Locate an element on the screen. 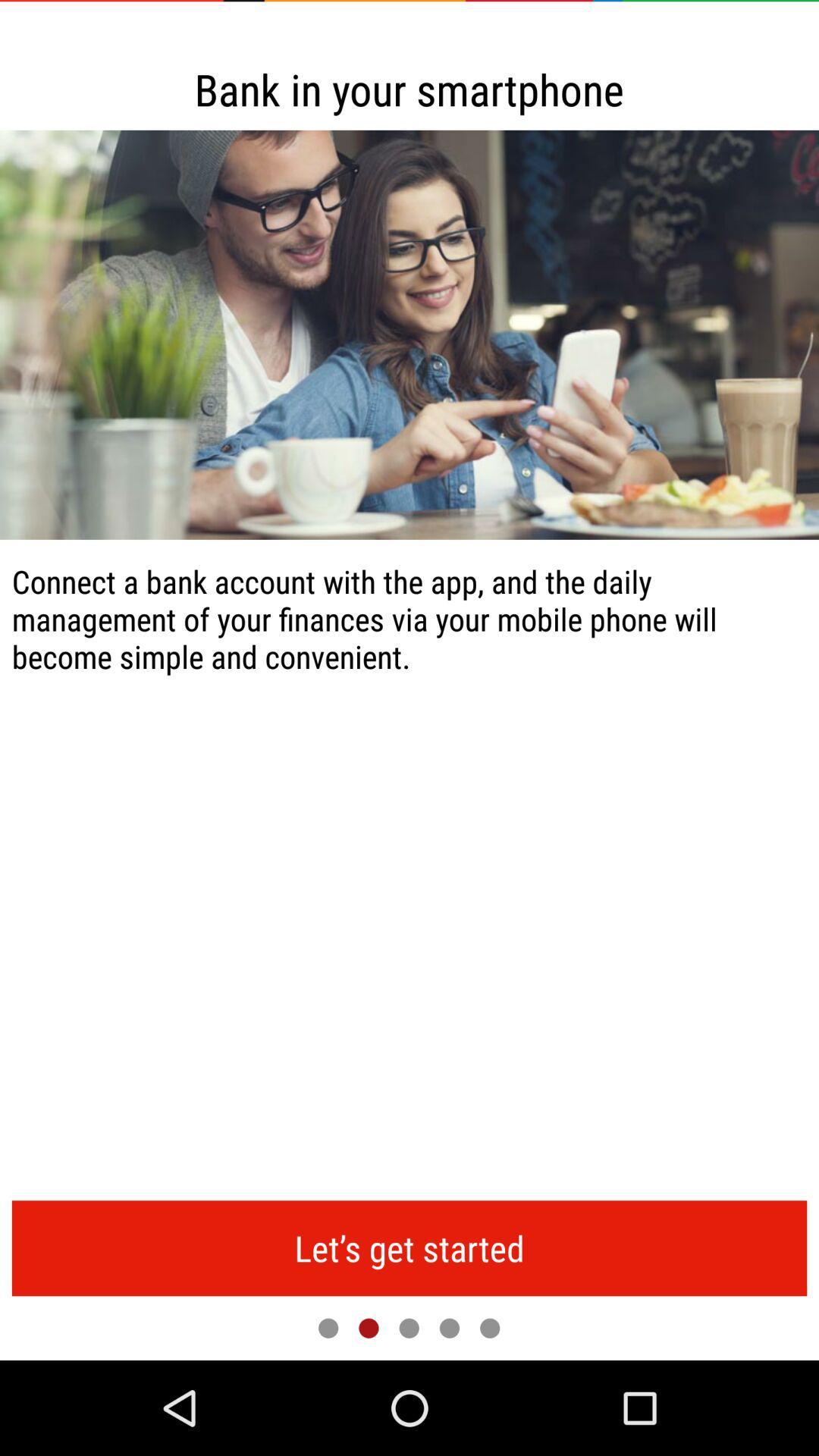  next page is located at coordinates (490, 1327).